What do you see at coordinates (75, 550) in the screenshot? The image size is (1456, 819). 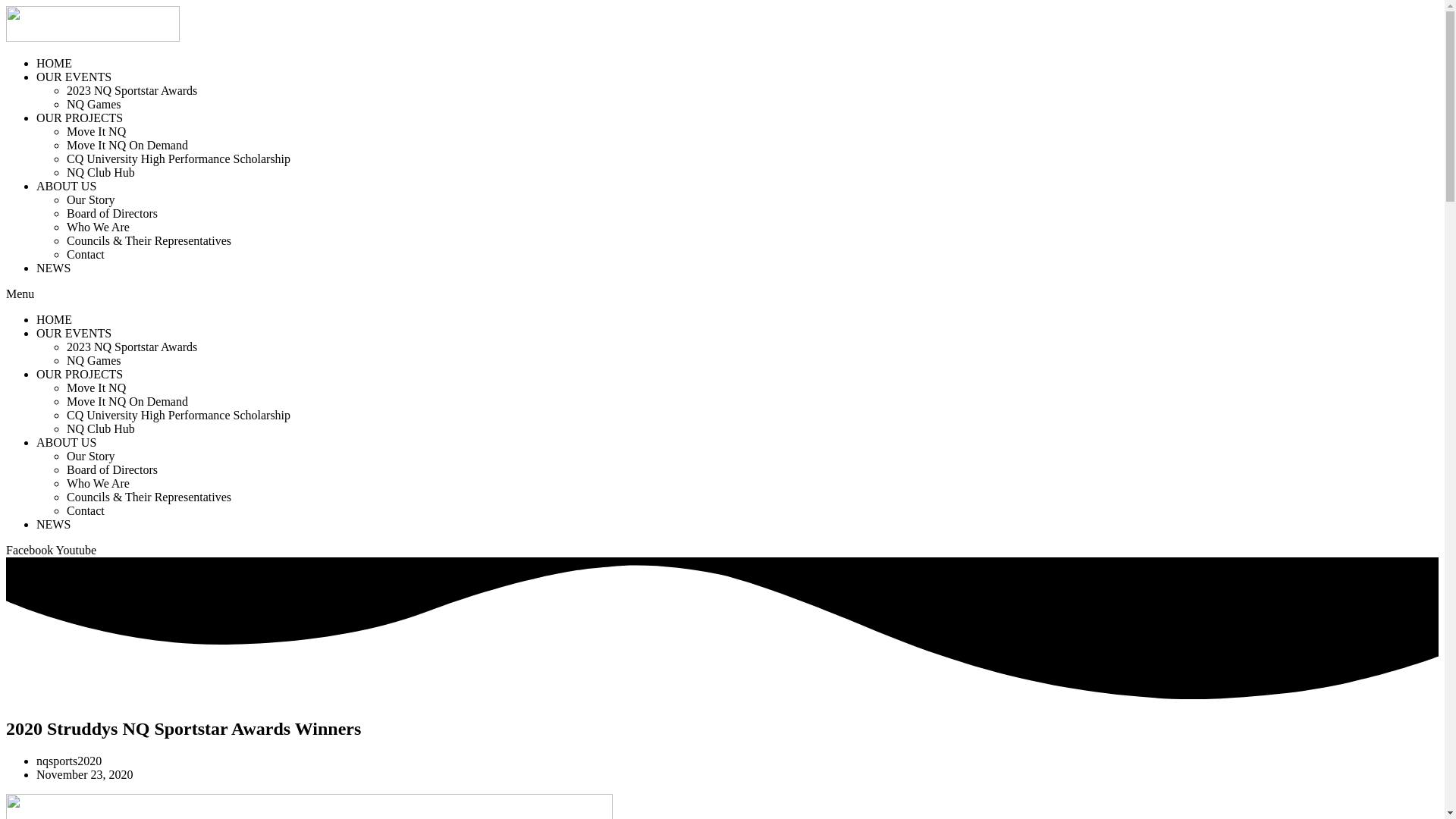 I see `'Youtube'` at bounding box center [75, 550].